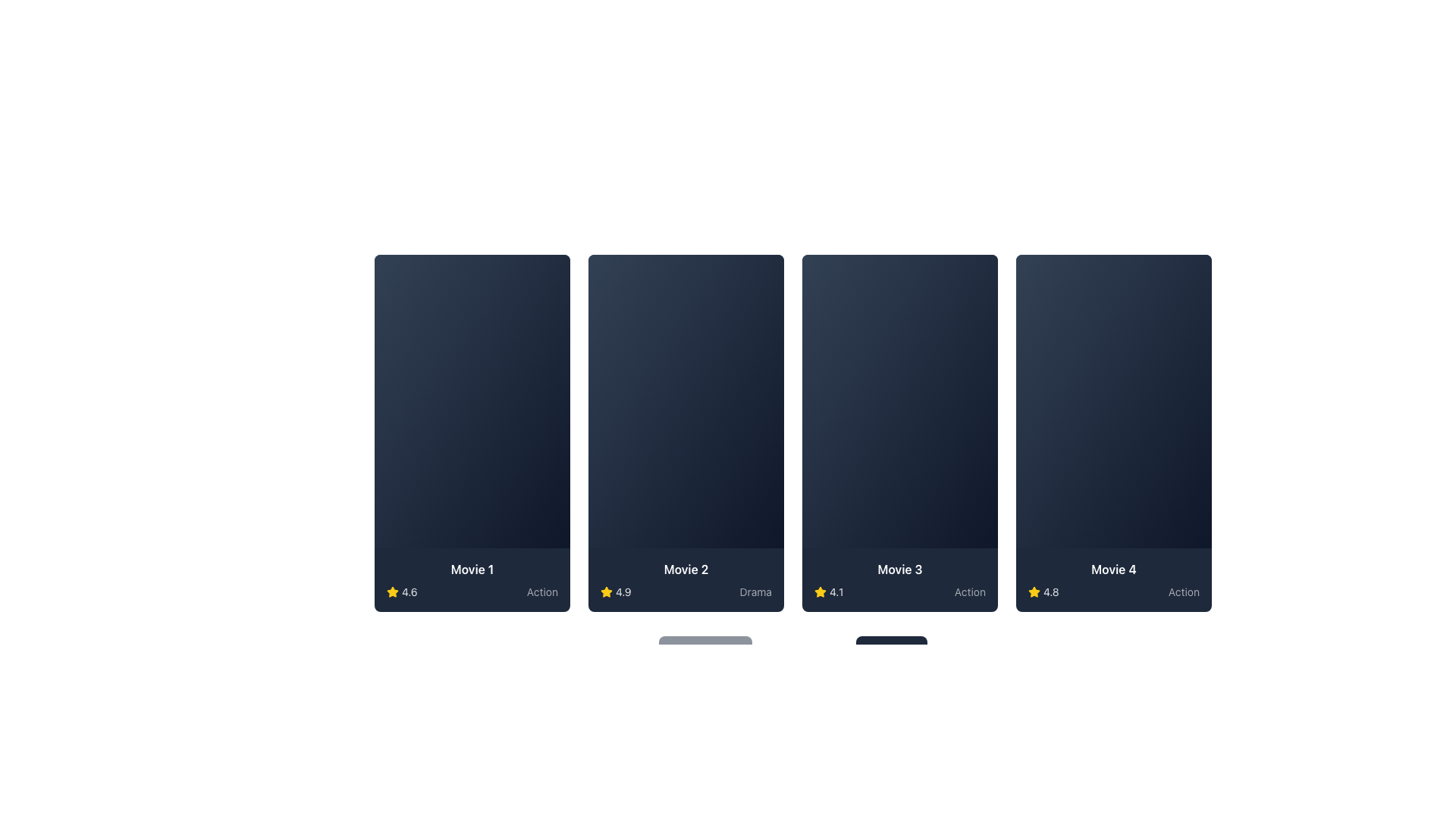  What do you see at coordinates (623, 591) in the screenshot?
I see `the static text label displaying the rating value for the second movie card in the grid layout, which is located to the right of the yellow star icon` at bounding box center [623, 591].